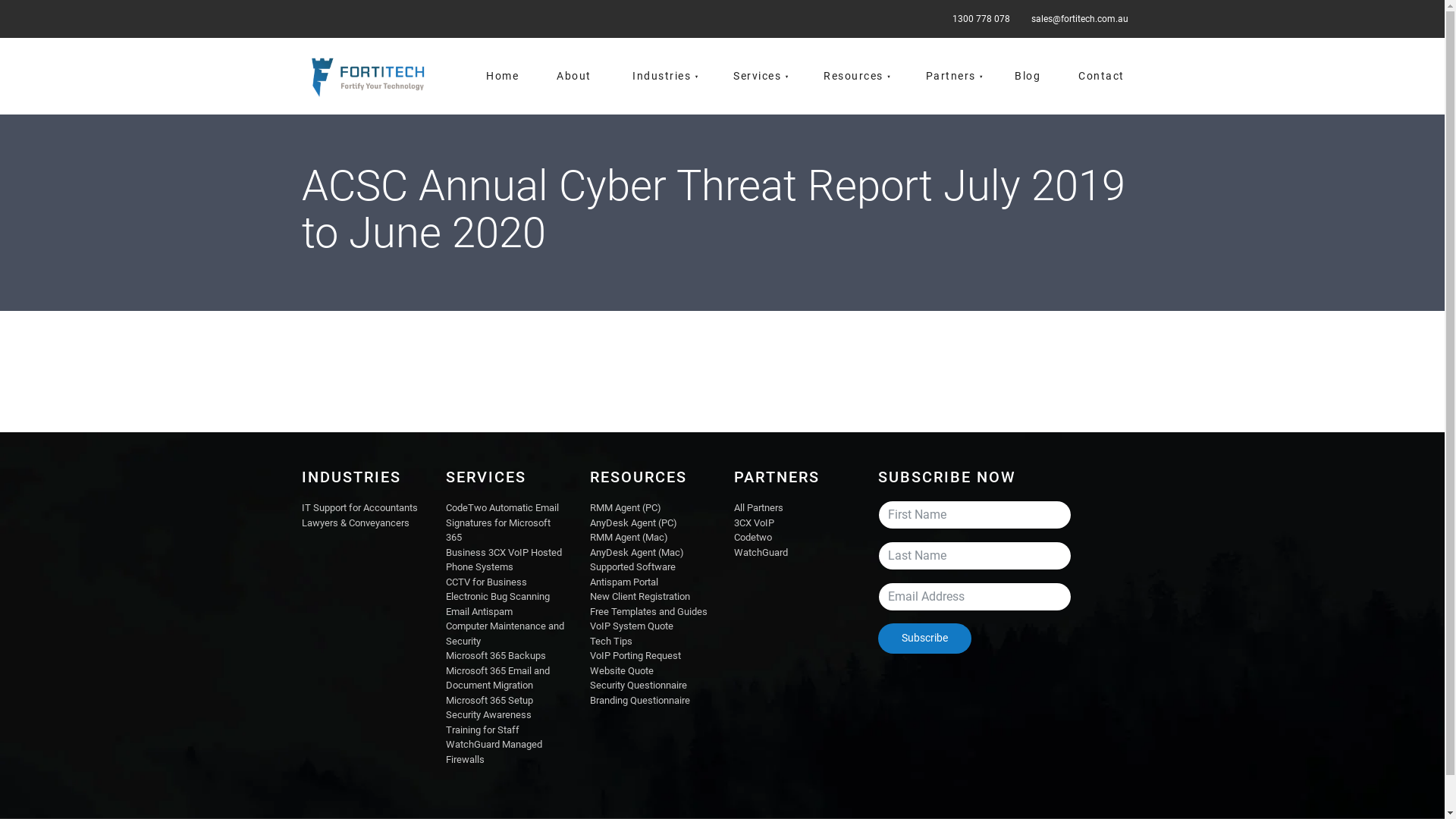  What do you see at coordinates (626, 507) in the screenshot?
I see `'RMM Agent (PC)'` at bounding box center [626, 507].